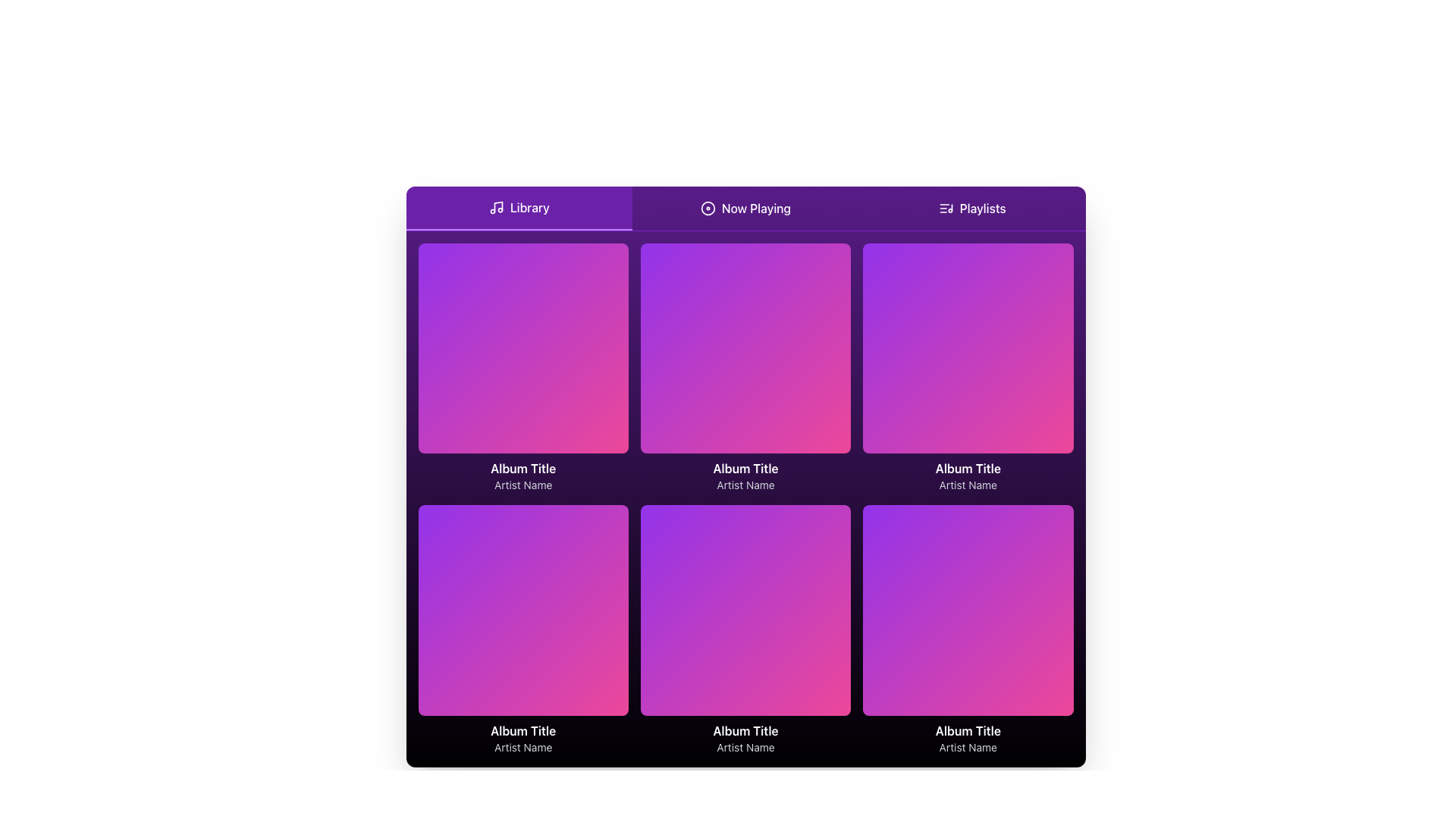 The width and height of the screenshot is (1456, 819). I want to click on the circular playback icon associated with the 'Now Playing' navigation option, located at the center of the top bar of the interface, so click(707, 208).